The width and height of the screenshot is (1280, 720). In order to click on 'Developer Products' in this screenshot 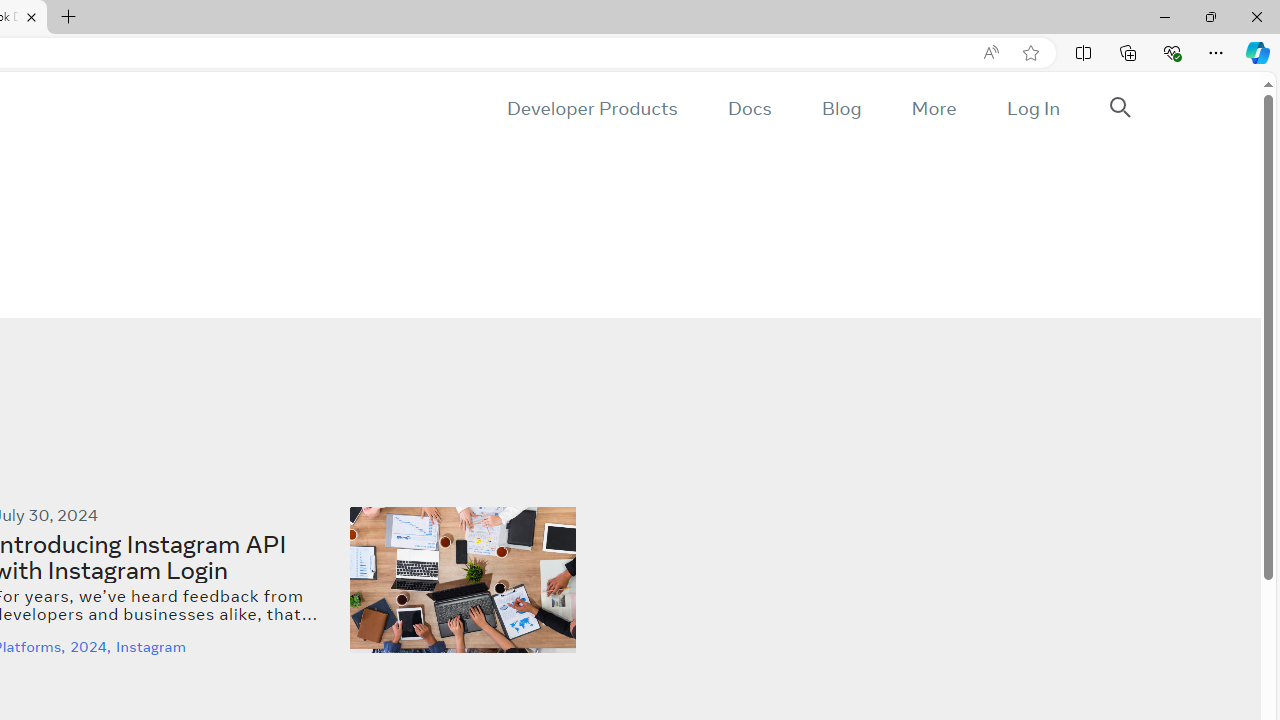, I will do `click(591, 108)`.